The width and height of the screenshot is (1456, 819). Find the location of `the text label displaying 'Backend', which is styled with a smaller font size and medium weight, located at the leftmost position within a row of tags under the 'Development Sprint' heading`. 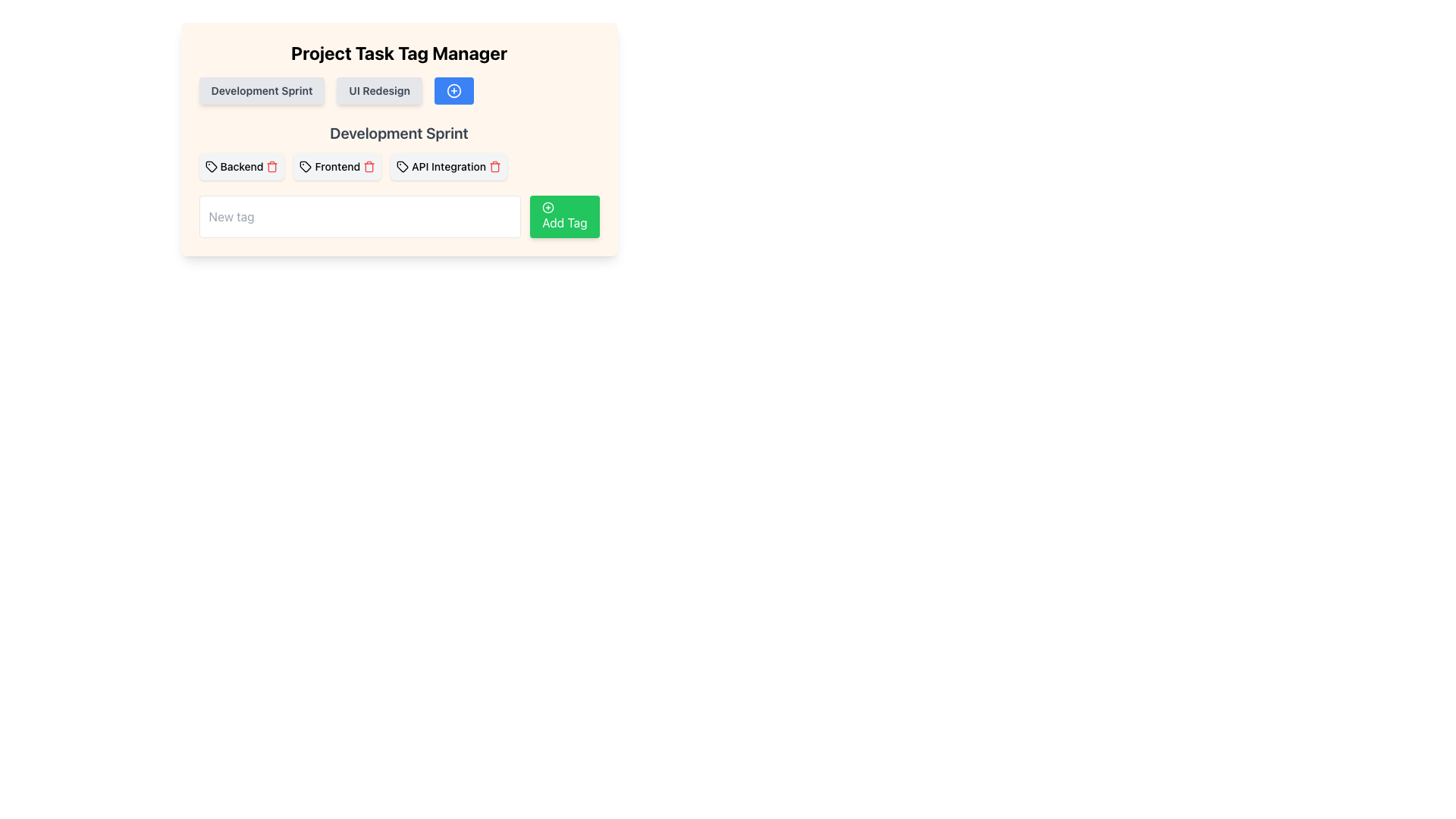

the text label displaying 'Backend', which is styled with a smaller font size and medium weight, located at the leftmost position within a row of tags under the 'Development Sprint' heading is located at coordinates (240, 166).